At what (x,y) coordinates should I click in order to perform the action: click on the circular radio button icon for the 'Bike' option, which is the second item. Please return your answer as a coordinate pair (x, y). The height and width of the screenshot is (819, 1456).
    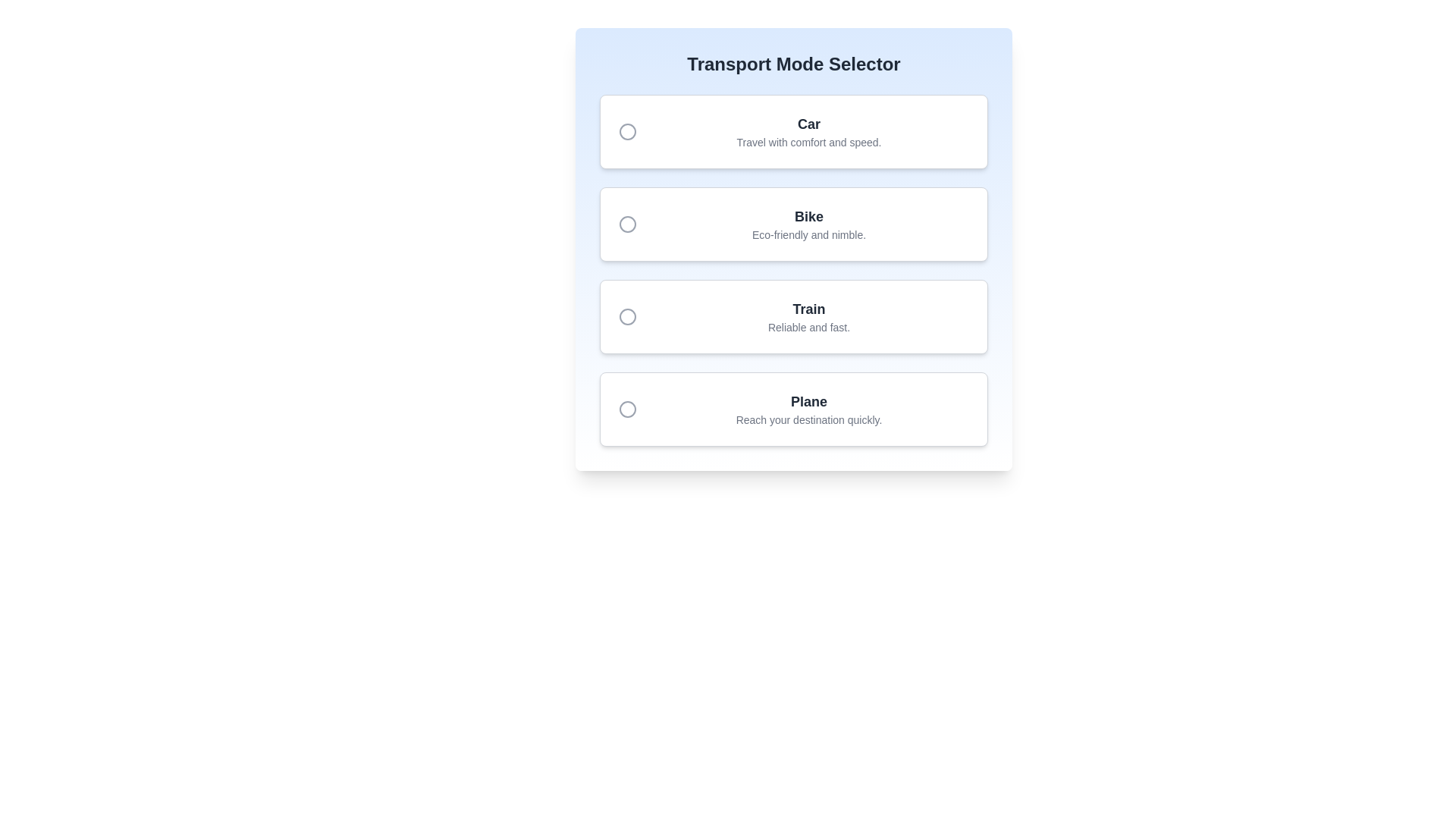
    Looking at the image, I should click on (628, 224).